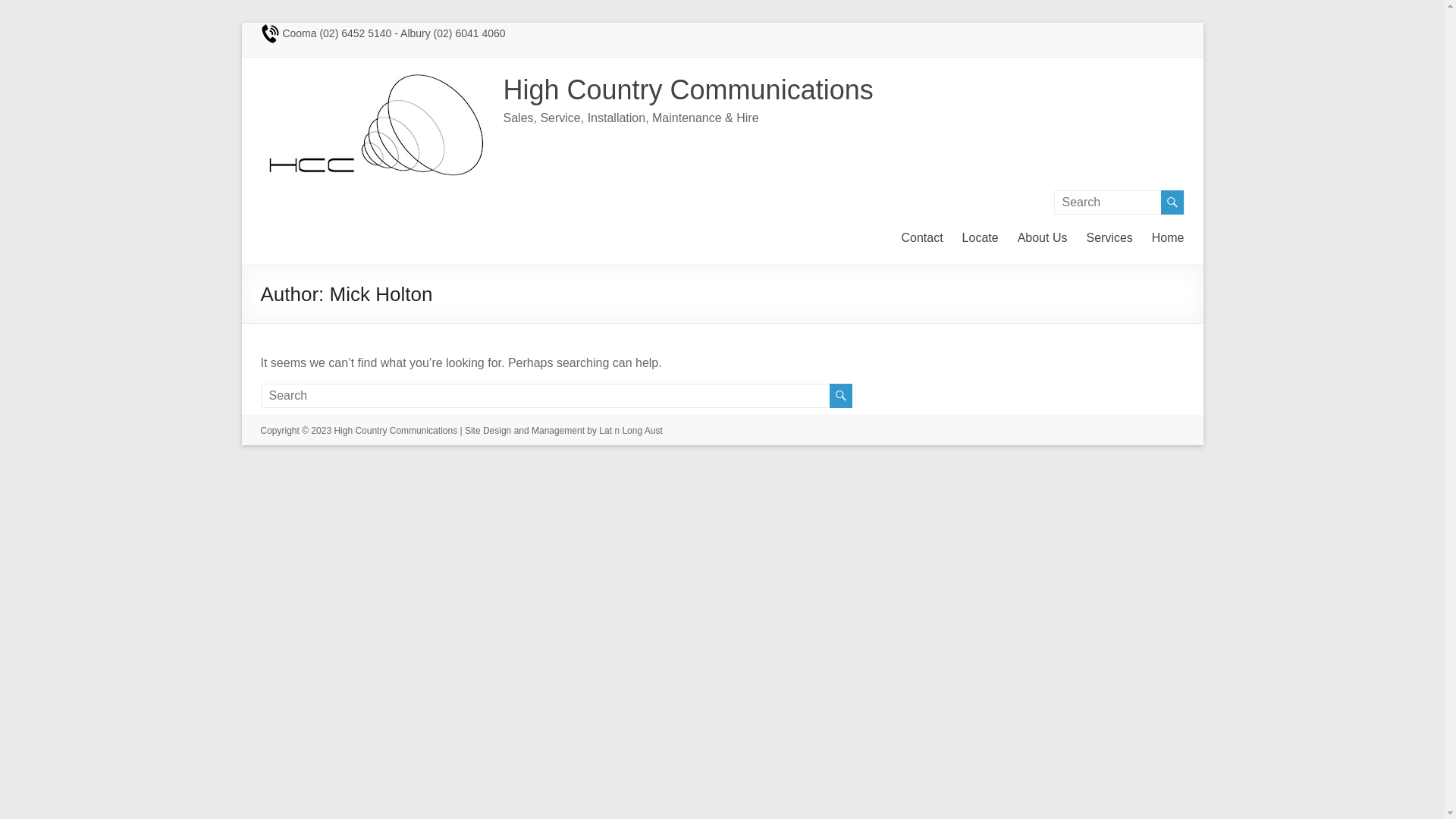  Describe the element at coordinates (1041, 236) in the screenshot. I see `'About Us'` at that location.